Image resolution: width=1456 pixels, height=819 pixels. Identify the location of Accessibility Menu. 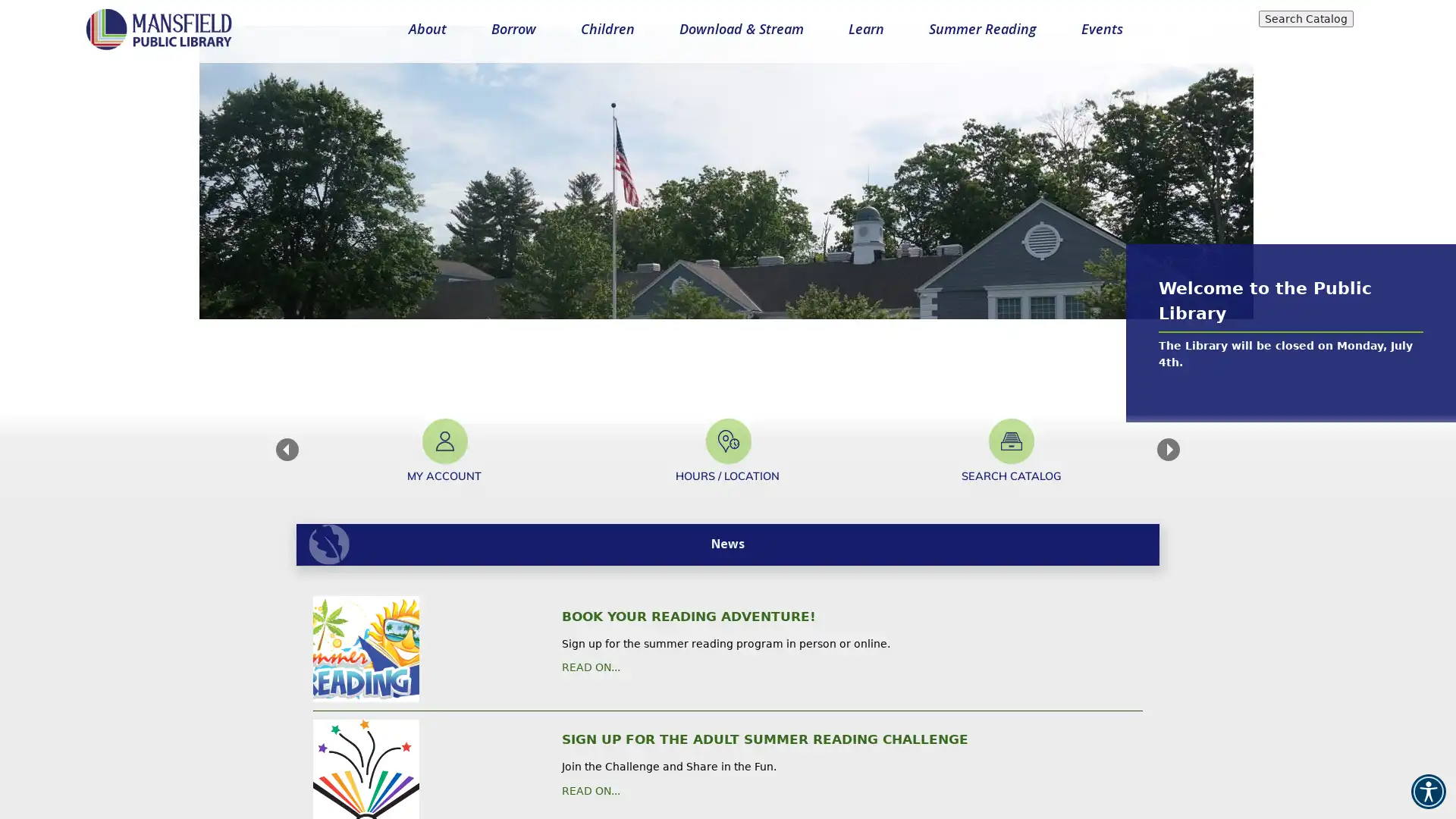
(1427, 791).